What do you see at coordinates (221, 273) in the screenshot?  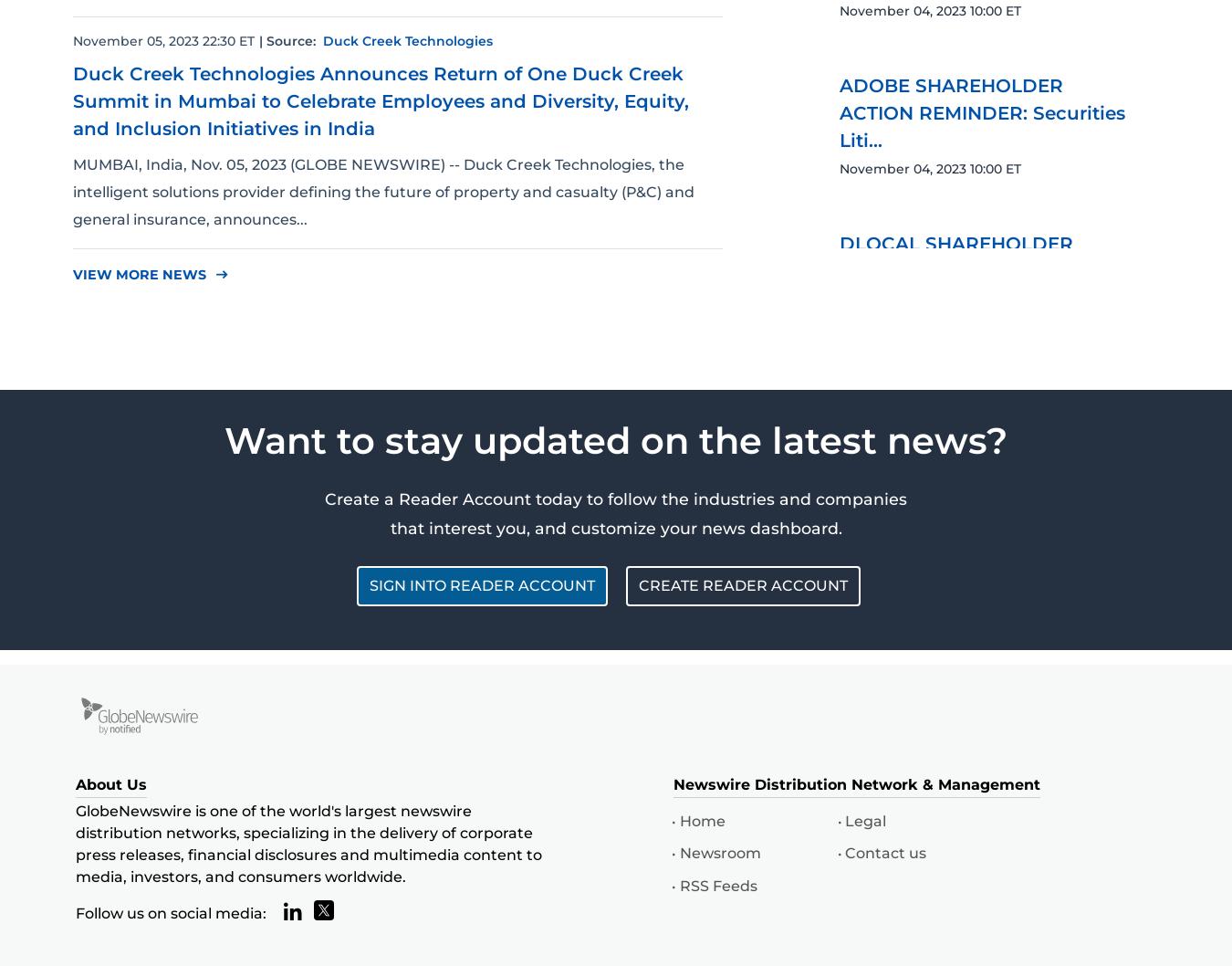 I see `'east'` at bounding box center [221, 273].